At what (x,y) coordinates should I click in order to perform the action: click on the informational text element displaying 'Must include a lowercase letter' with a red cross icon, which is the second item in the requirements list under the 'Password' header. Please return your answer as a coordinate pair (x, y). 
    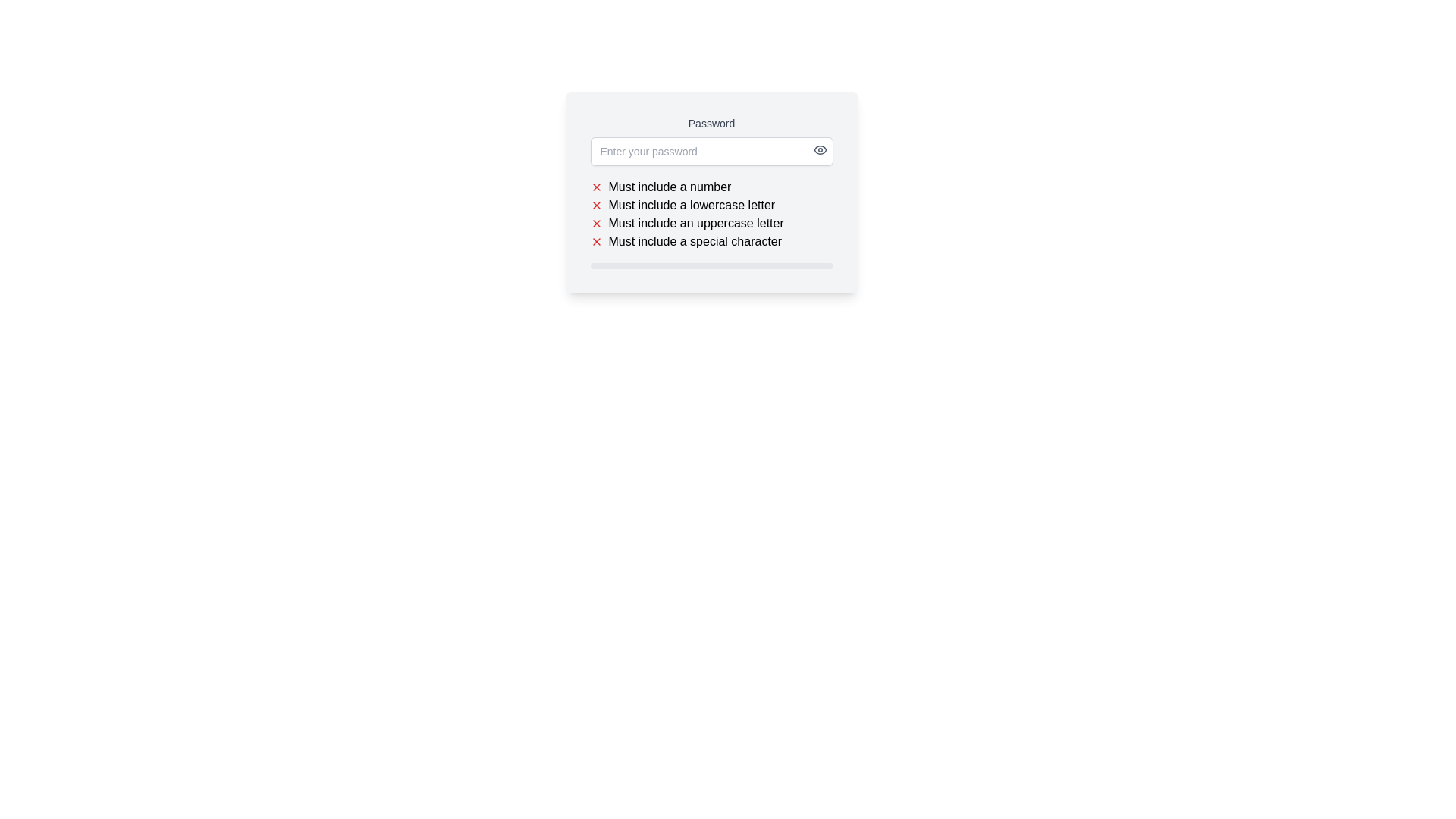
    Looking at the image, I should click on (711, 205).